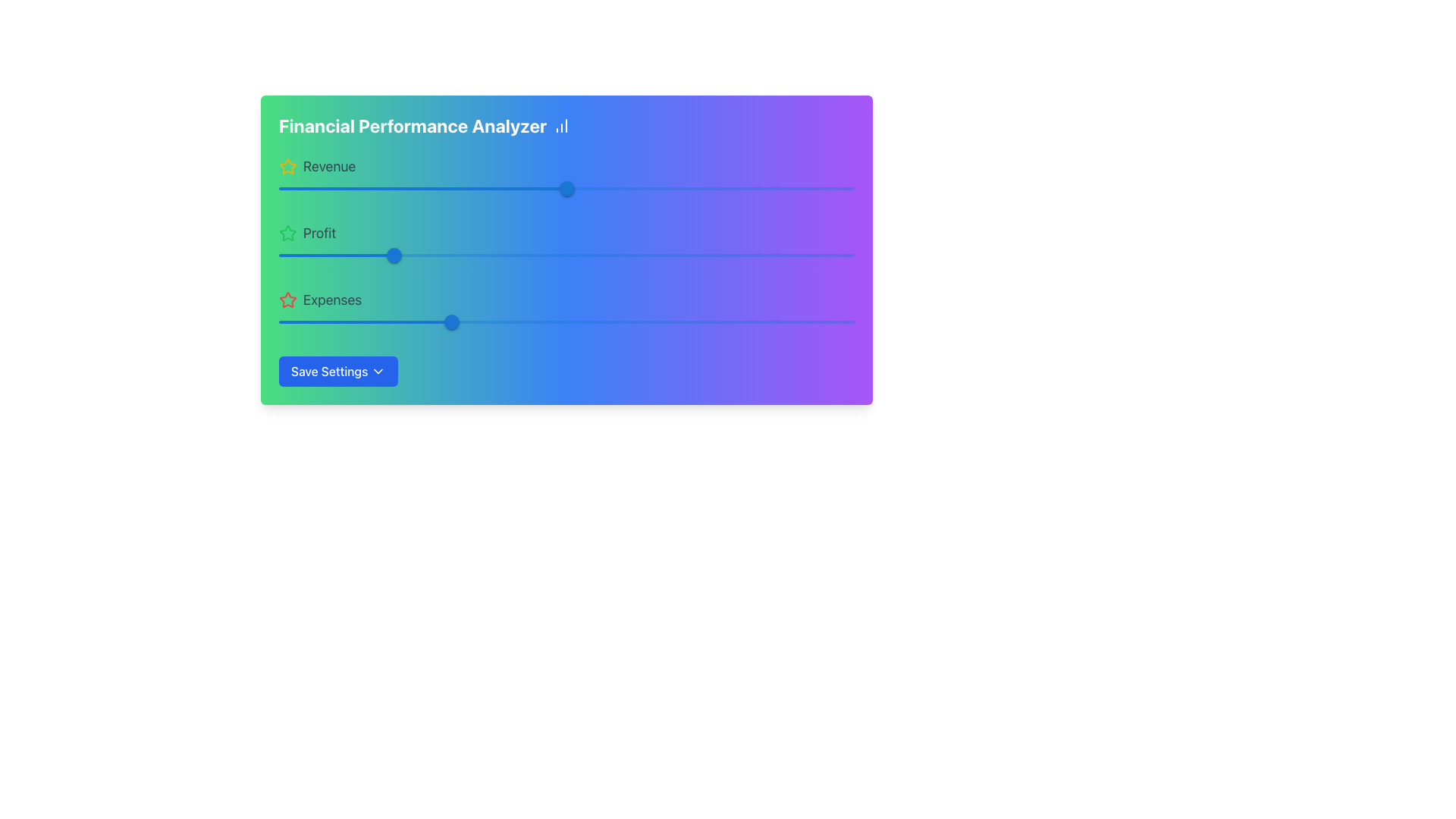 The width and height of the screenshot is (1456, 819). What do you see at coordinates (785, 188) in the screenshot?
I see `the Revenue slider` at bounding box center [785, 188].